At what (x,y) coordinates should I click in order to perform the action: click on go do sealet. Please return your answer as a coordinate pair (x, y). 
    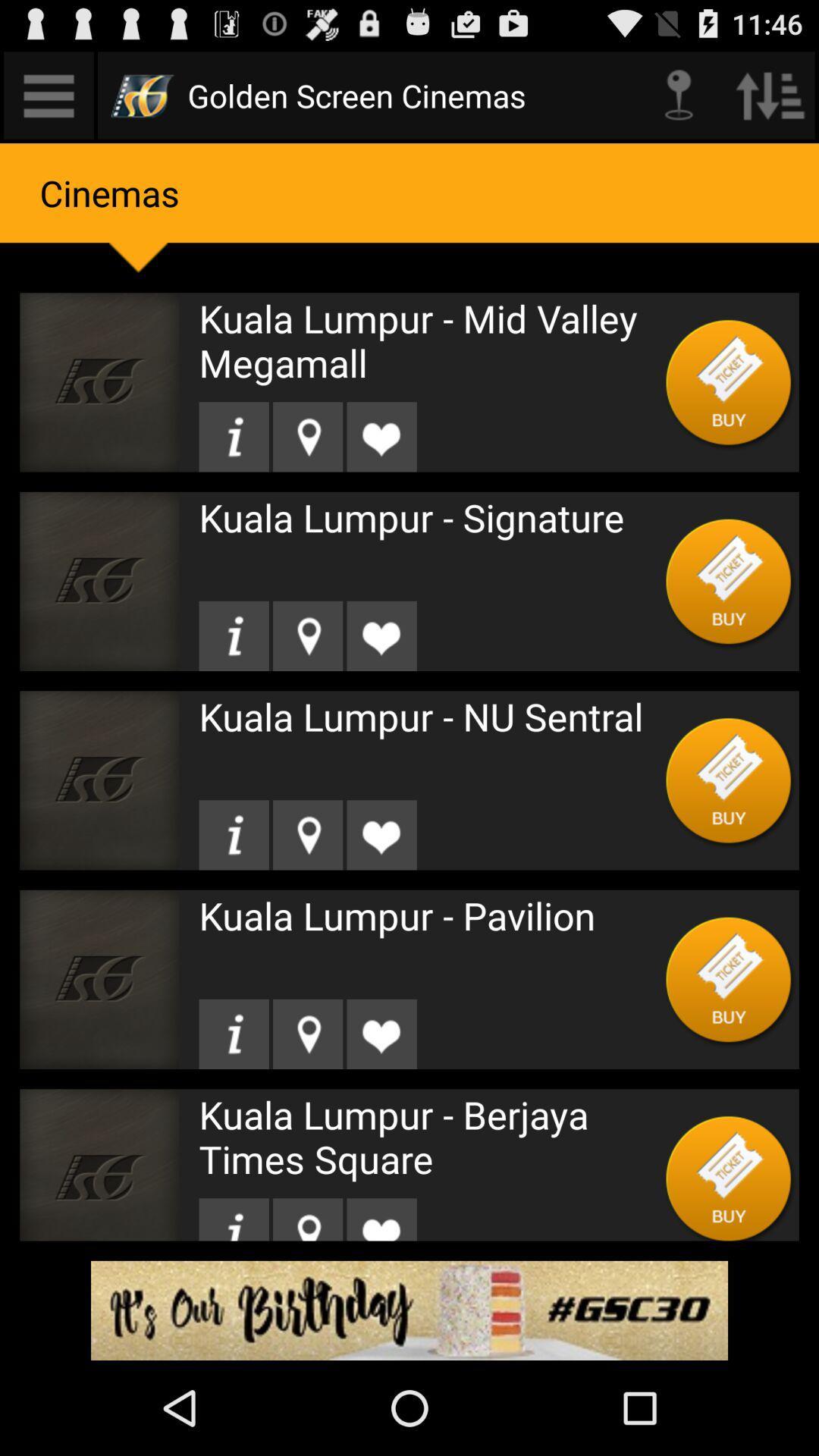
    Looking at the image, I should click on (234, 1219).